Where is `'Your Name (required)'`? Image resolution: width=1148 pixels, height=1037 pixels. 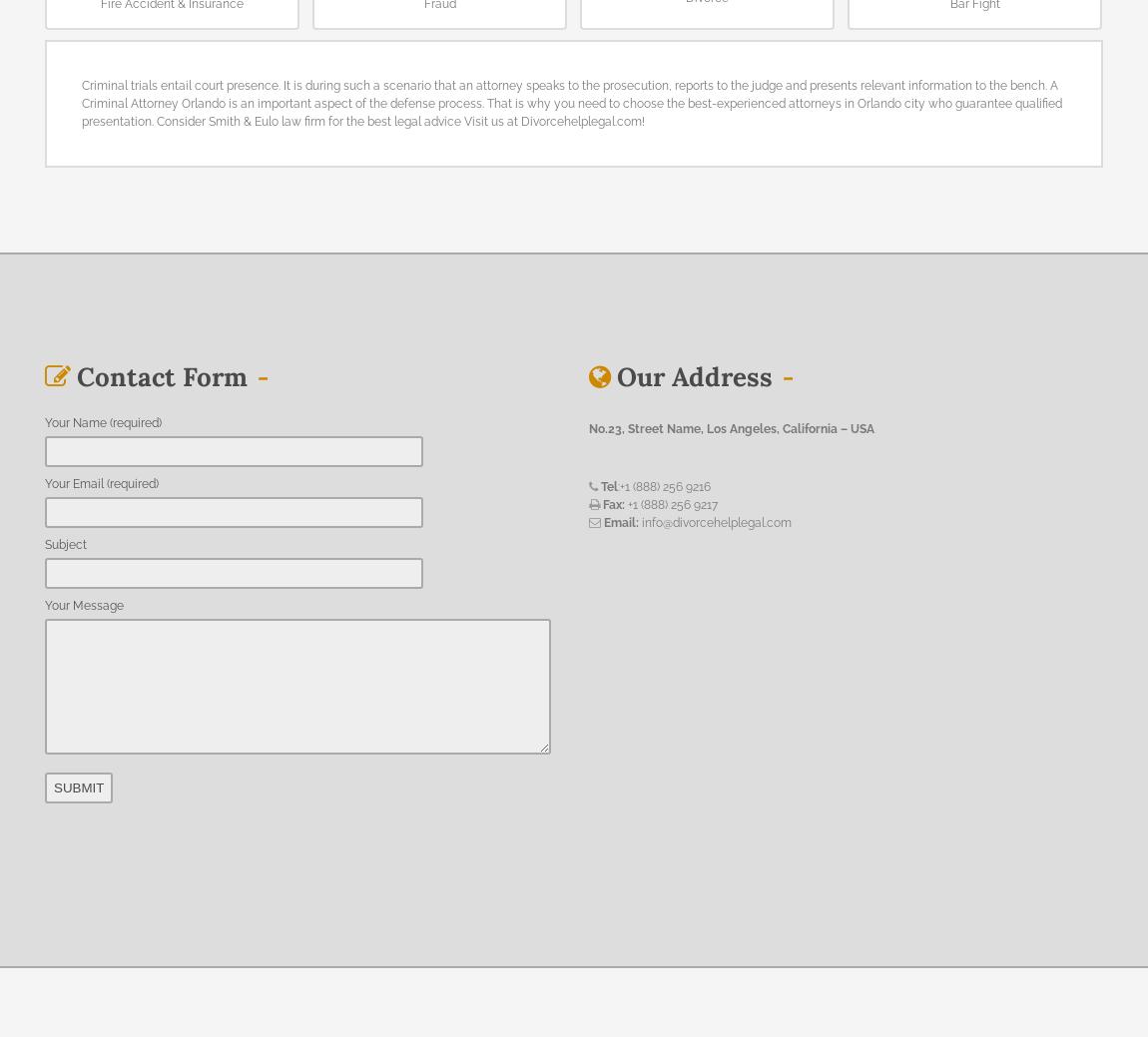 'Your Name (required)' is located at coordinates (102, 420).